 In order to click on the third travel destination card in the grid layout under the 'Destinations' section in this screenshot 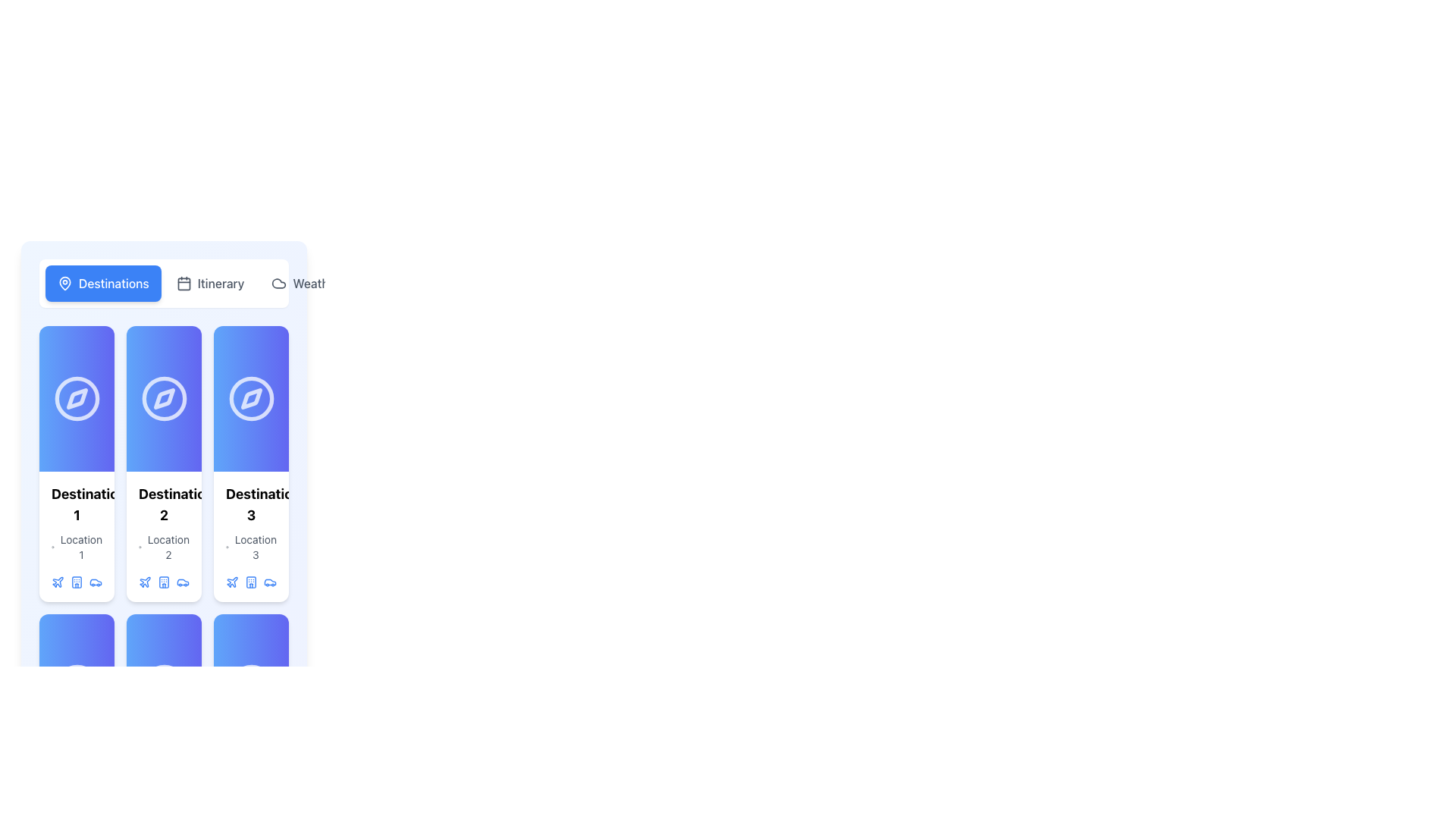, I will do `click(251, 463)`.